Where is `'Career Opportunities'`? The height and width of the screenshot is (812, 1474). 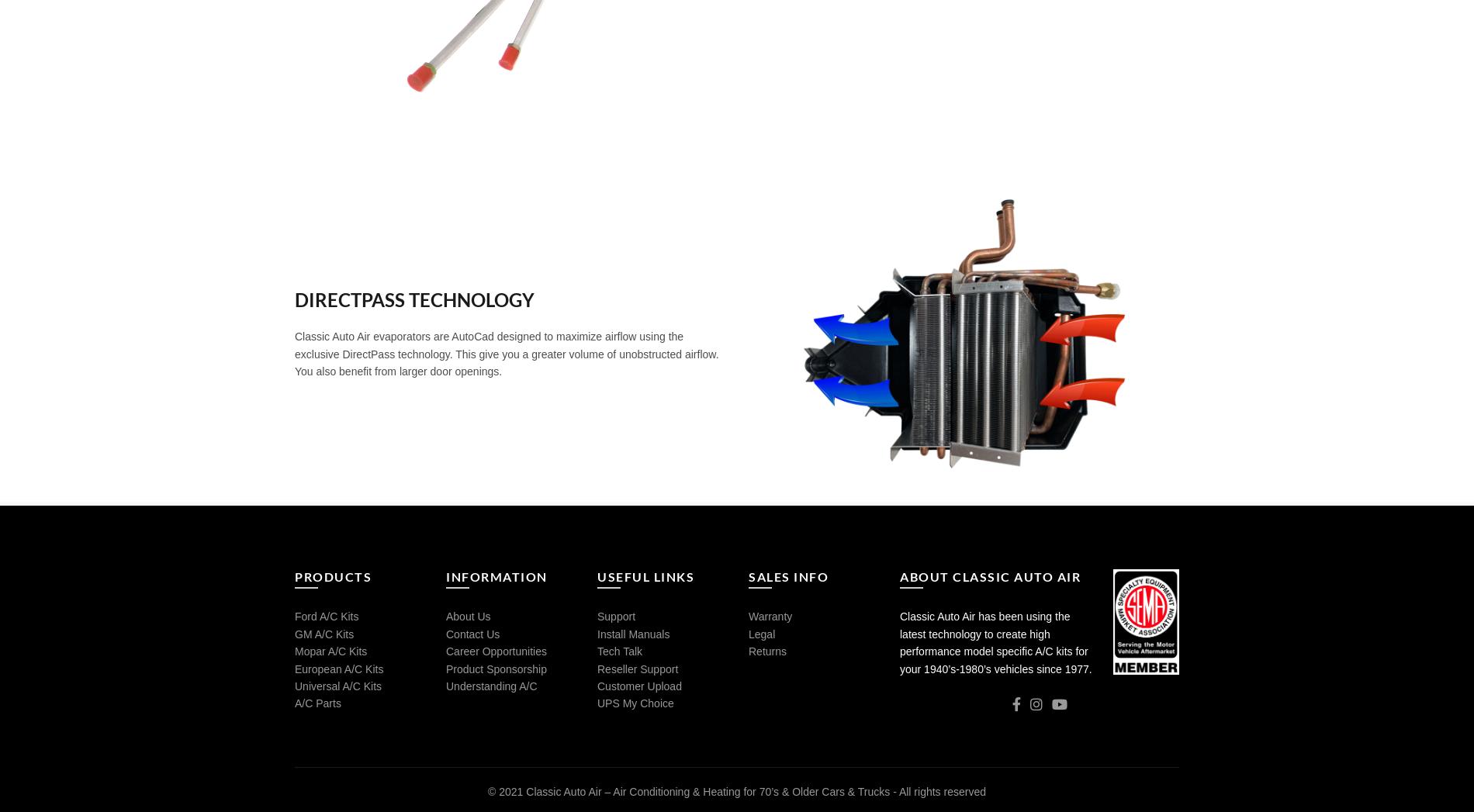
'Career Opportunities' is located at coordinates (496, 651).